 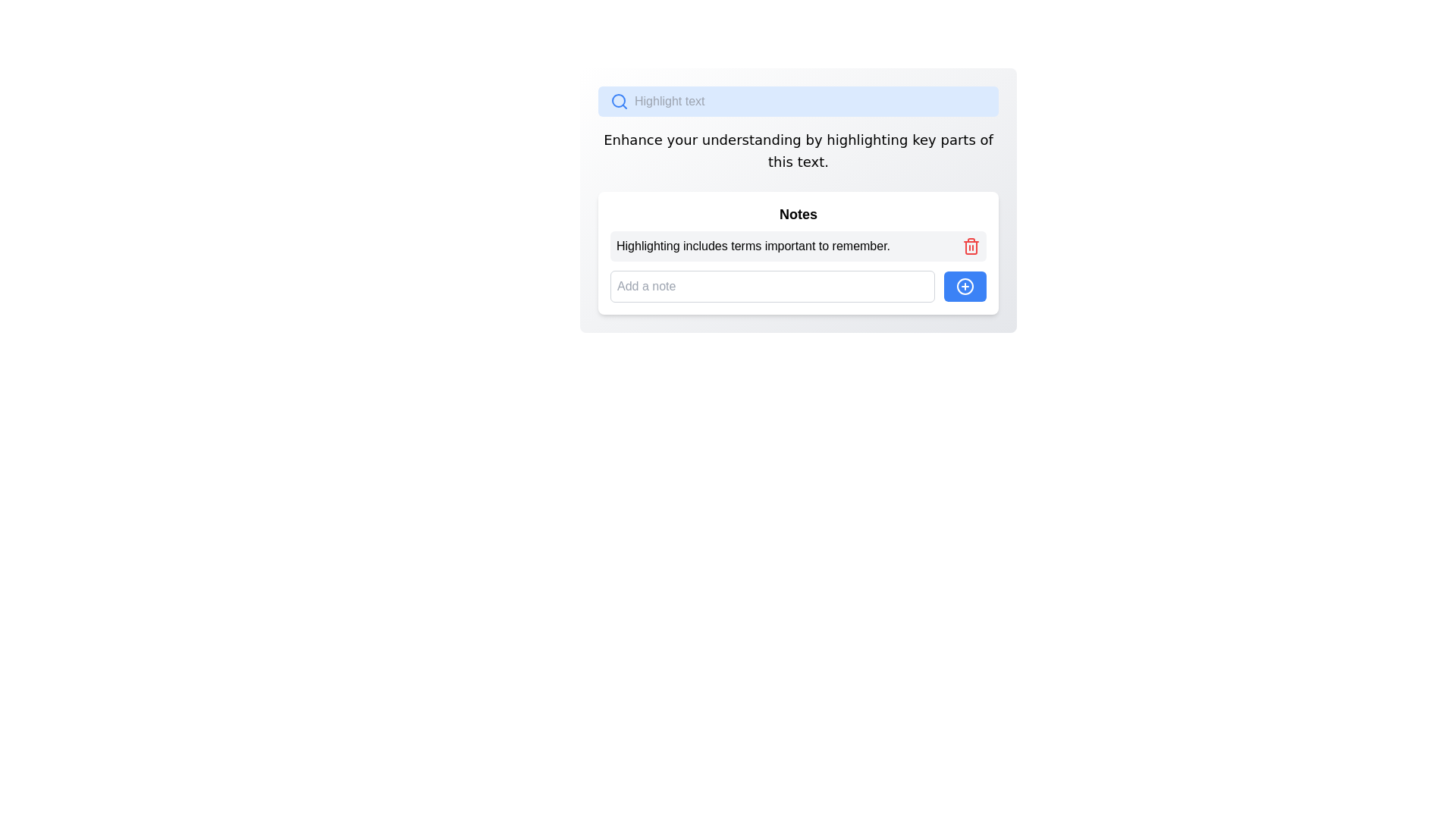 What do you see at coordinates (965, 140) in the screenshot?
I see `the character 't' in the word 'parts' of the sentence 'Enhance your understanding by highlighting key parts of this text.' which is located near the top section of the UI, above the 'Notes' section` at bounding box center [965, 140].